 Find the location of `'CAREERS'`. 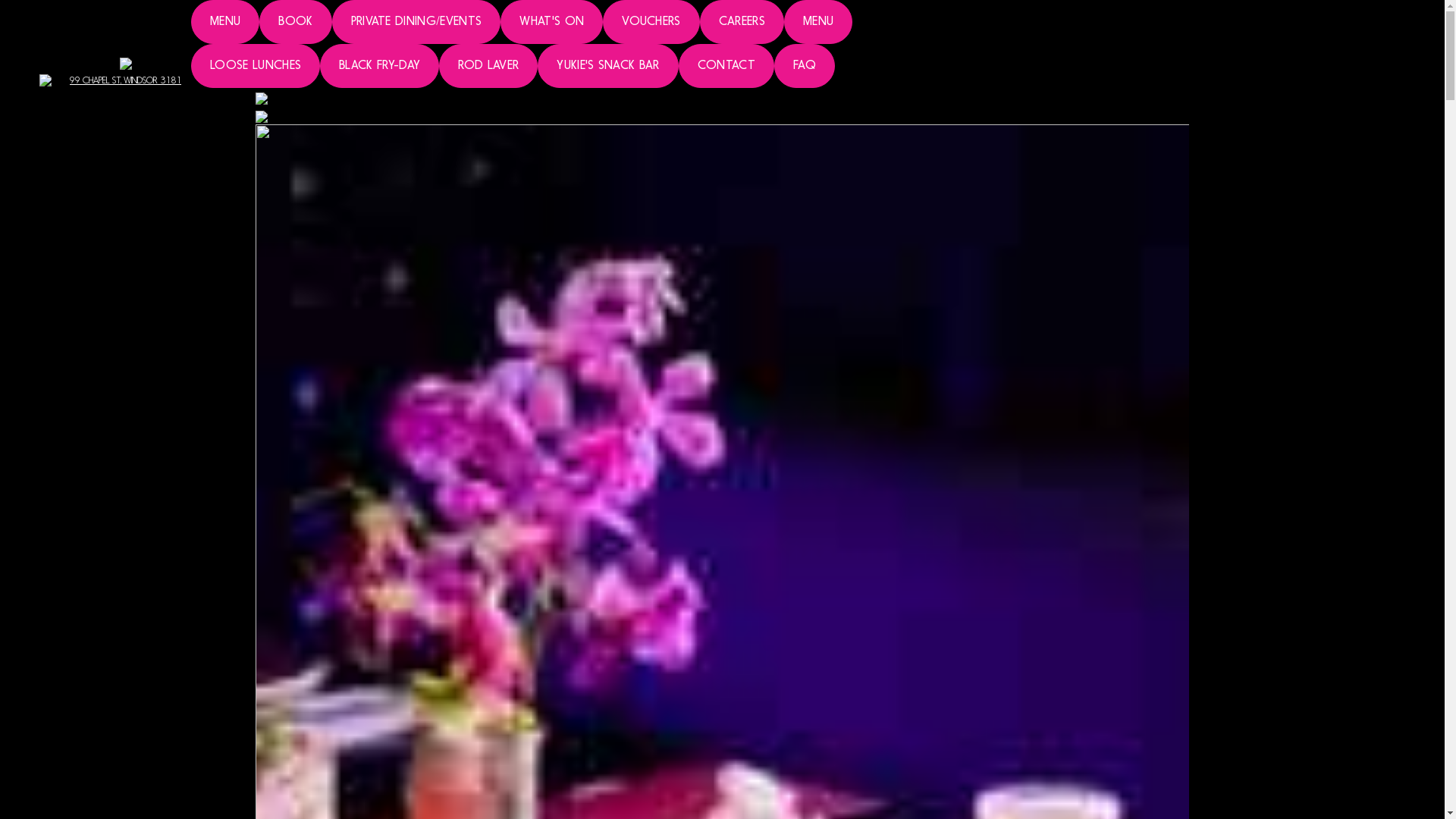

'CAREERS' is located at coordinates (698, 22).